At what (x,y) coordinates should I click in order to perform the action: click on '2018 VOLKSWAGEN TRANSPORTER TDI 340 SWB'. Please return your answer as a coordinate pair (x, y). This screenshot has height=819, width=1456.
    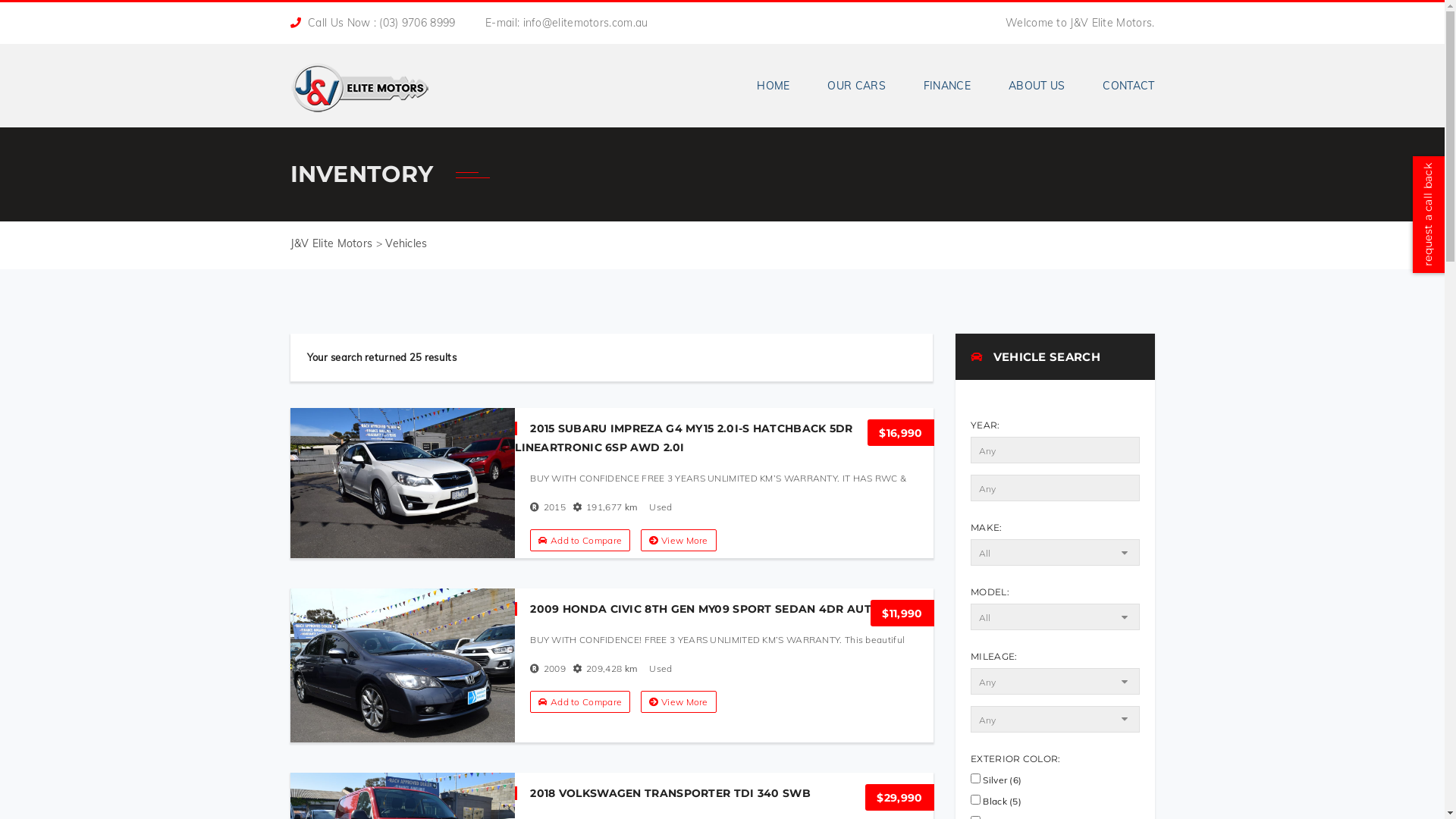
    Looking at the image, I should click on (662, 792).